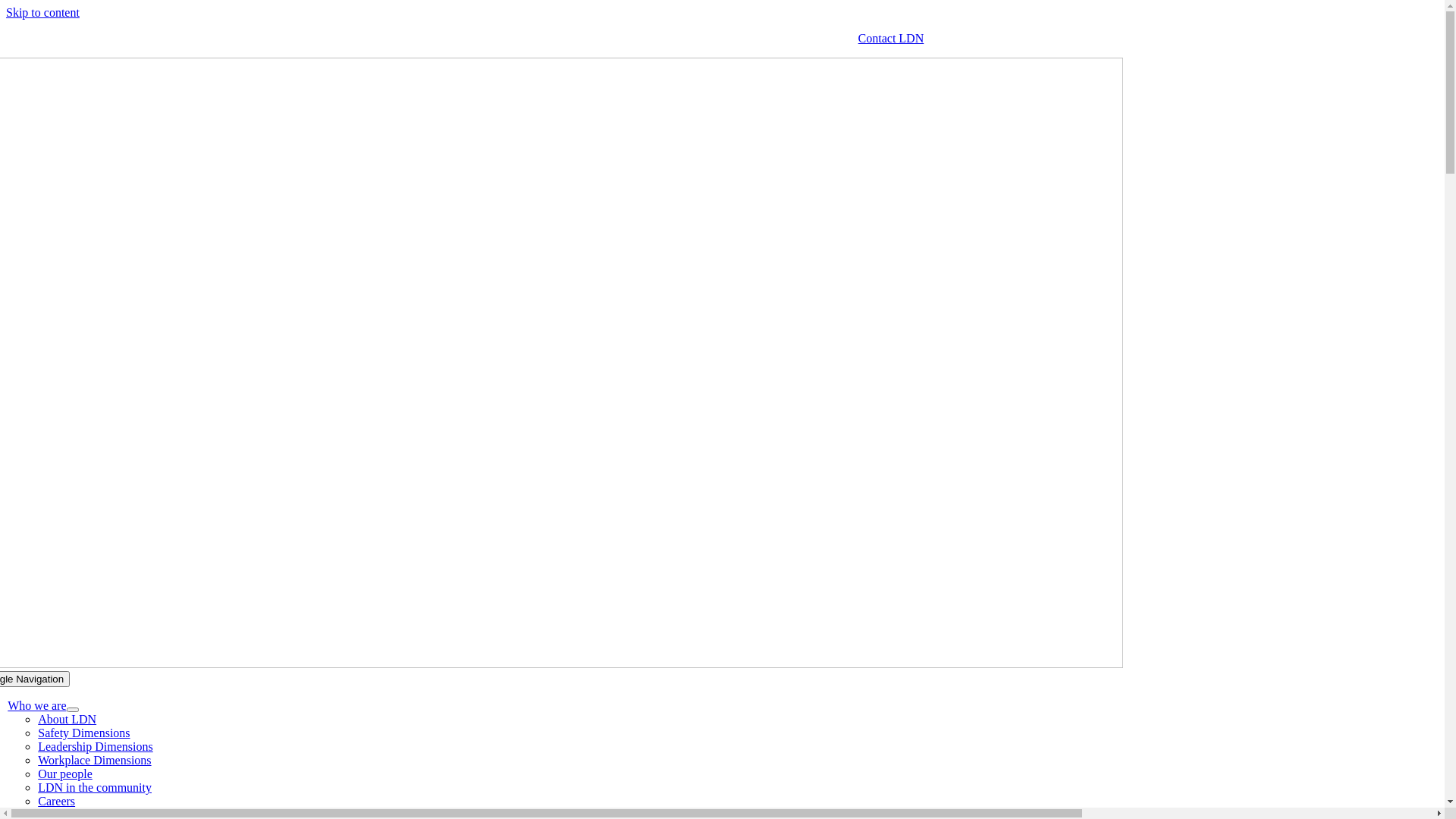 The height and width of the screenshot is (819, 1456). I want to click on 'LDN in the community', so click(93, 786).